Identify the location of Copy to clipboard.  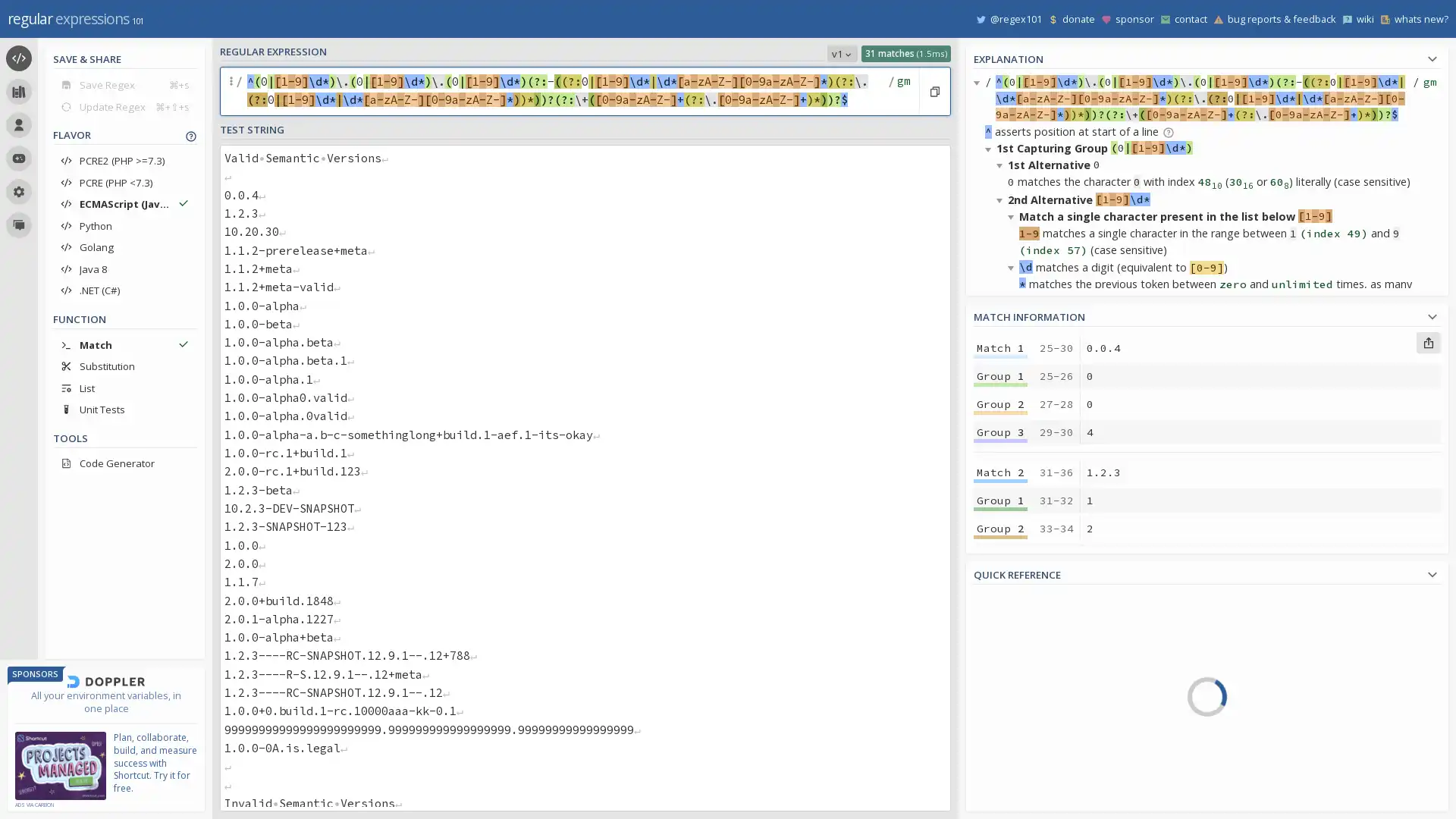
(934, 91).